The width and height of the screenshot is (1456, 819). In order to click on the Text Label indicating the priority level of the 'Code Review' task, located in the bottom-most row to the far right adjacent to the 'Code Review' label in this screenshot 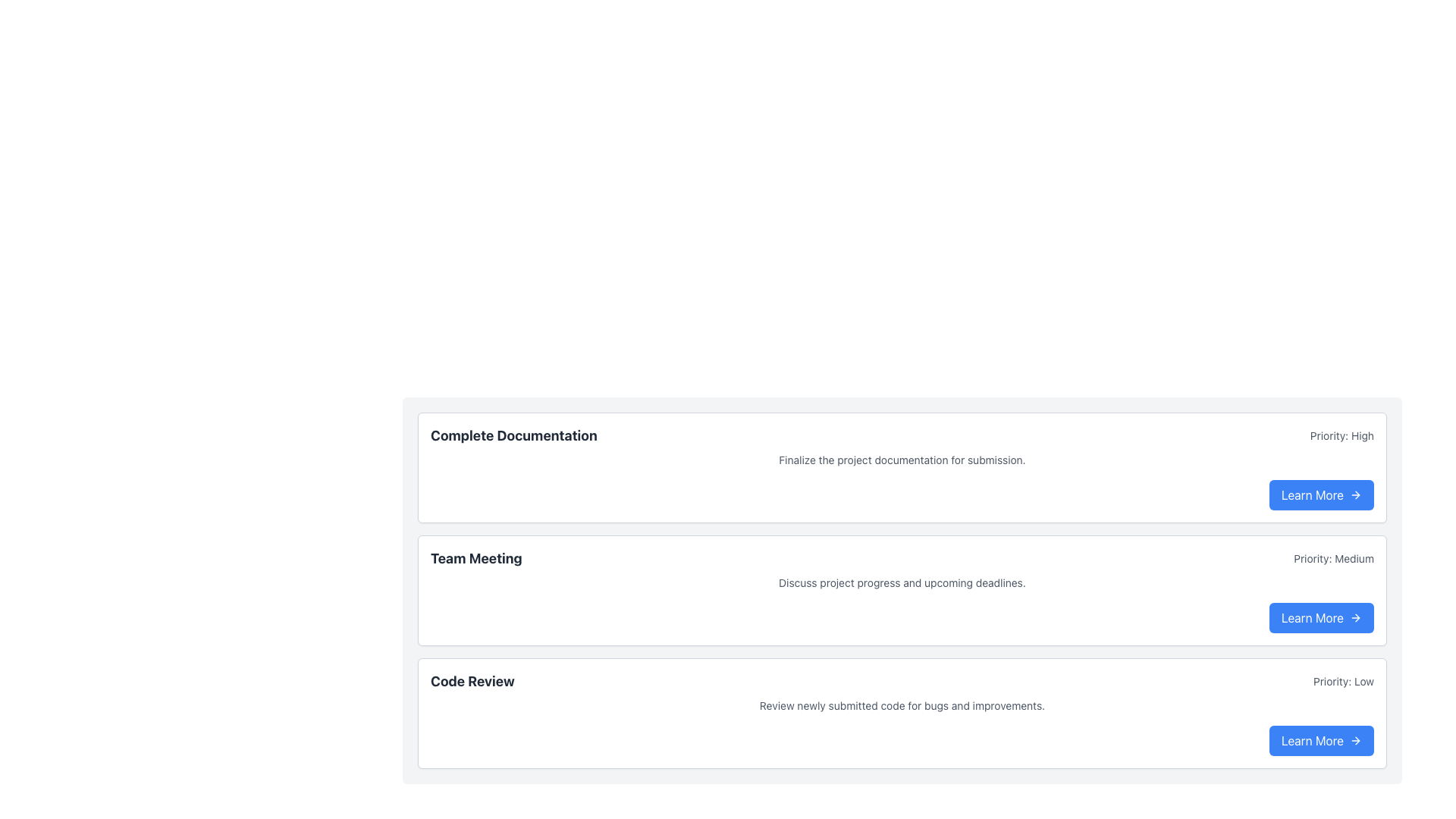, I will do `click(1343, 680)`.